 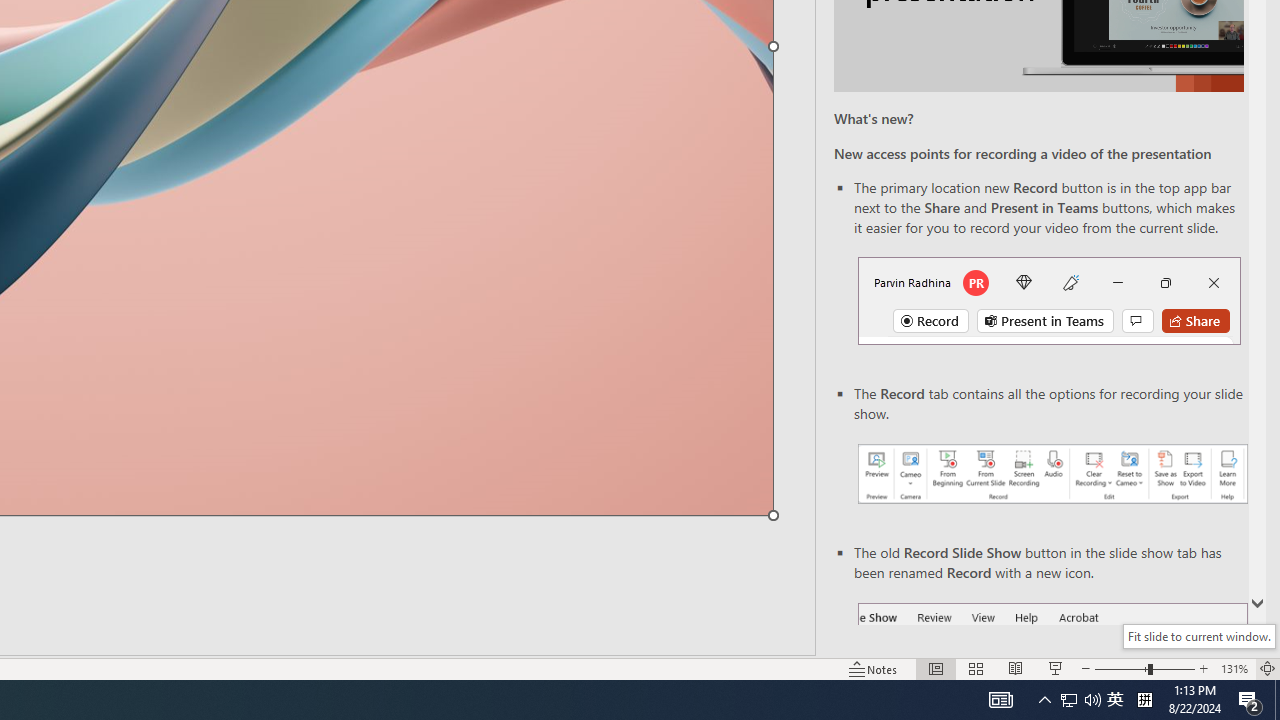 I want to click on 'Record your presentations screenshot one', so click(x=1051, y=474).